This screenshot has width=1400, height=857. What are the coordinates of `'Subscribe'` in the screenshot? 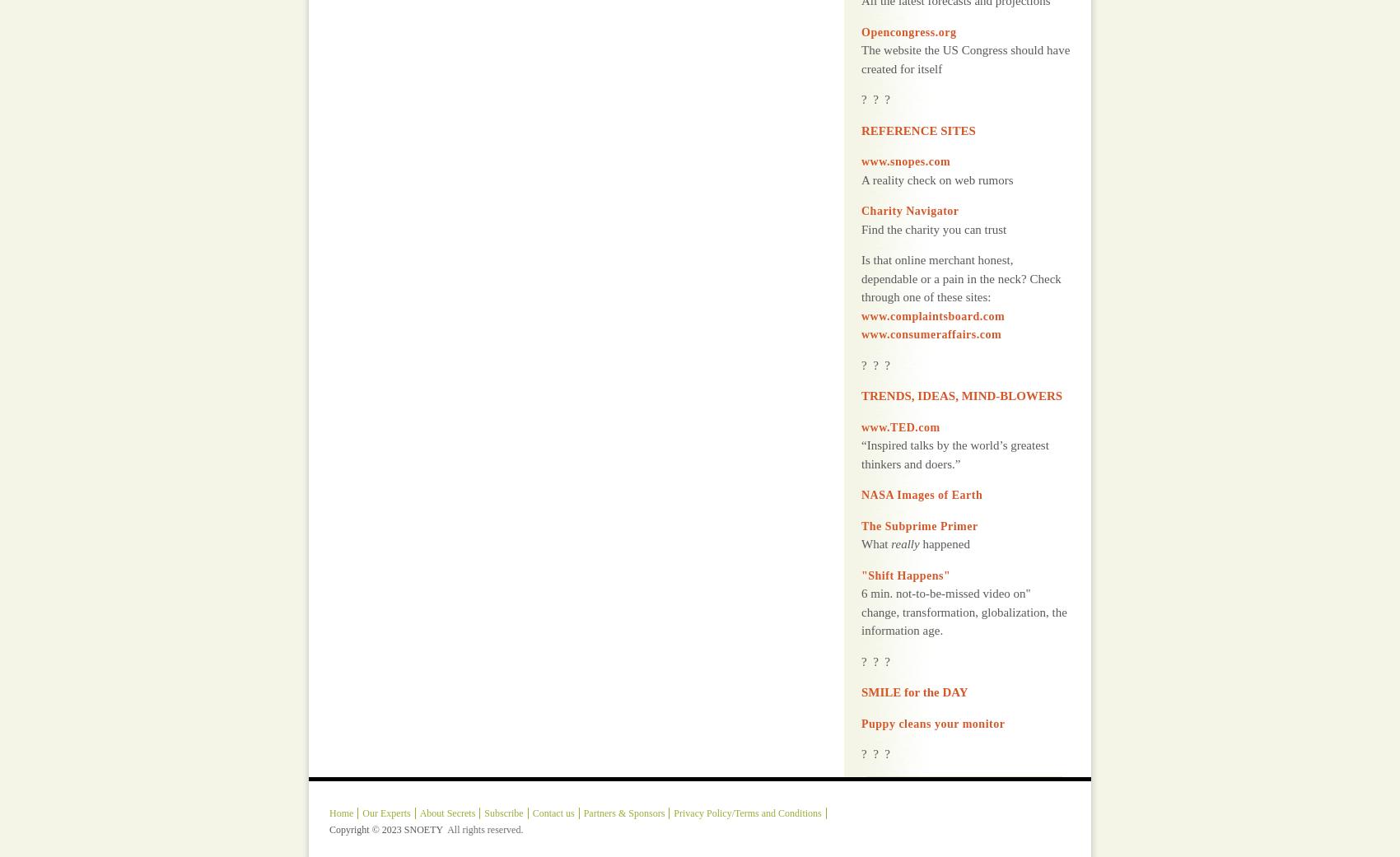 It's located at (502, 771).